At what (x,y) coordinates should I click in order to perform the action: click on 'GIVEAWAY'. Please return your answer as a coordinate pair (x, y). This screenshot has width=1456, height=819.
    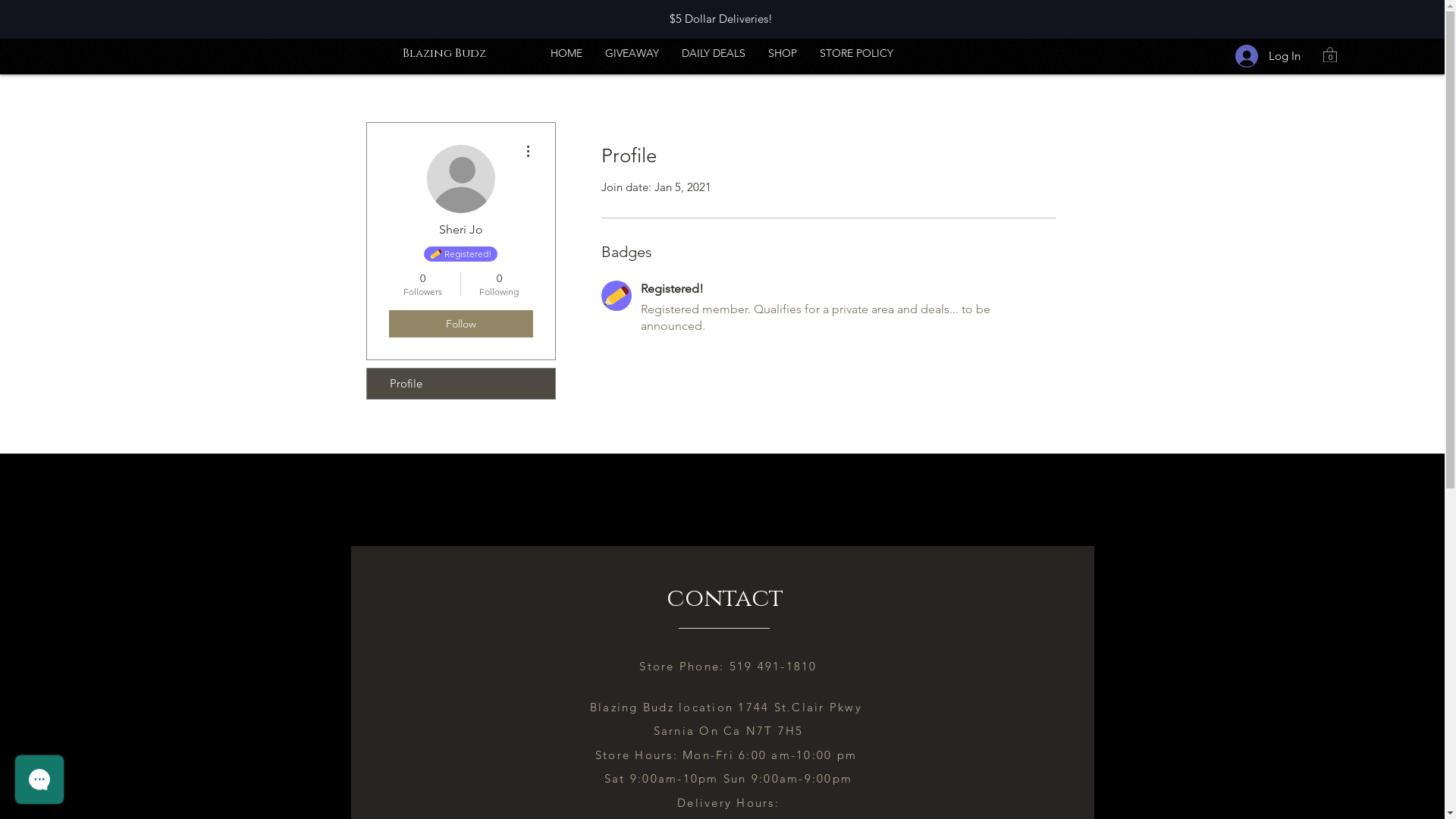
    Looking at the image, I should click on (632, 52).